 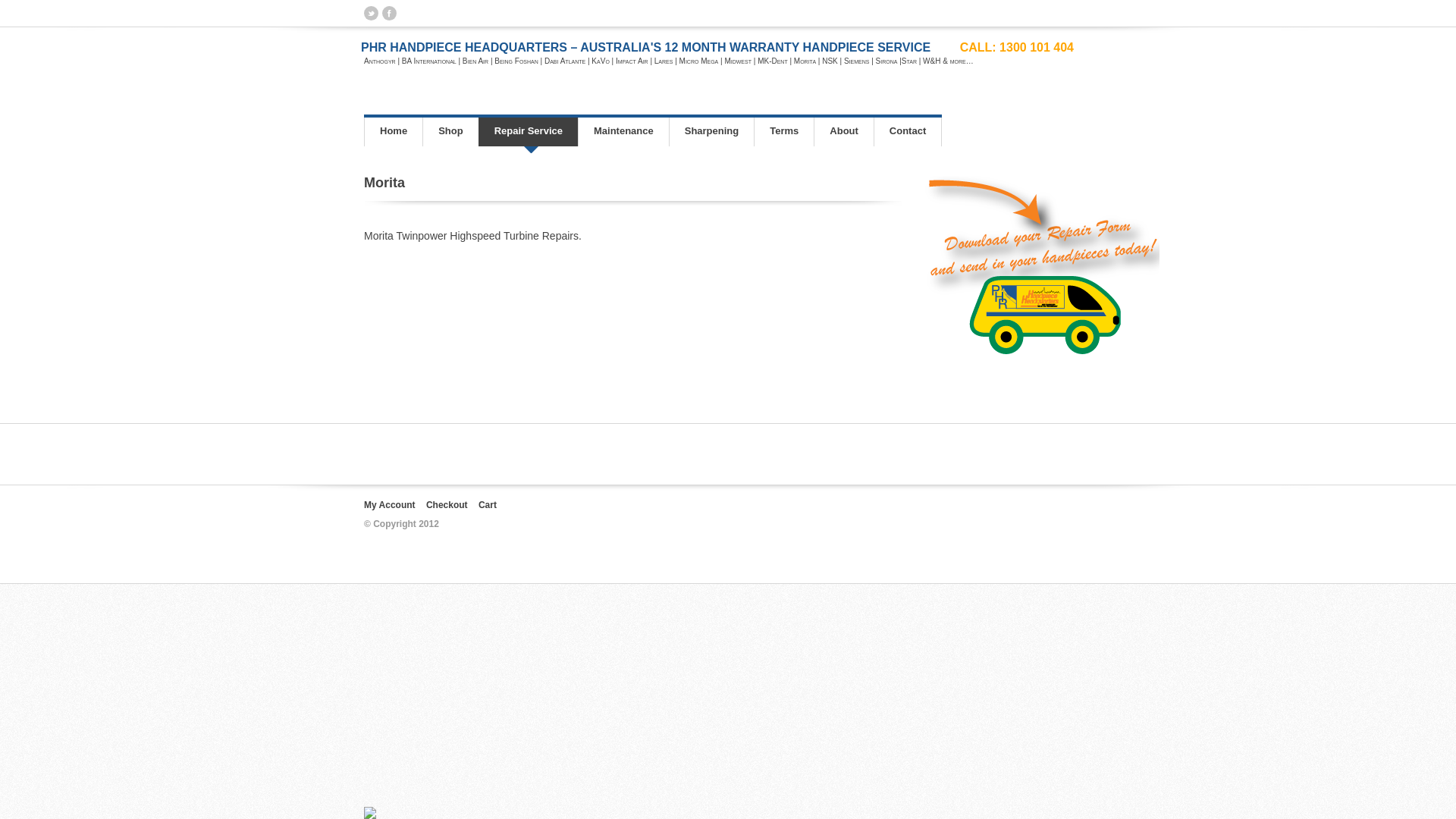 I want to click on 'Home', so click(x=393, y=130).